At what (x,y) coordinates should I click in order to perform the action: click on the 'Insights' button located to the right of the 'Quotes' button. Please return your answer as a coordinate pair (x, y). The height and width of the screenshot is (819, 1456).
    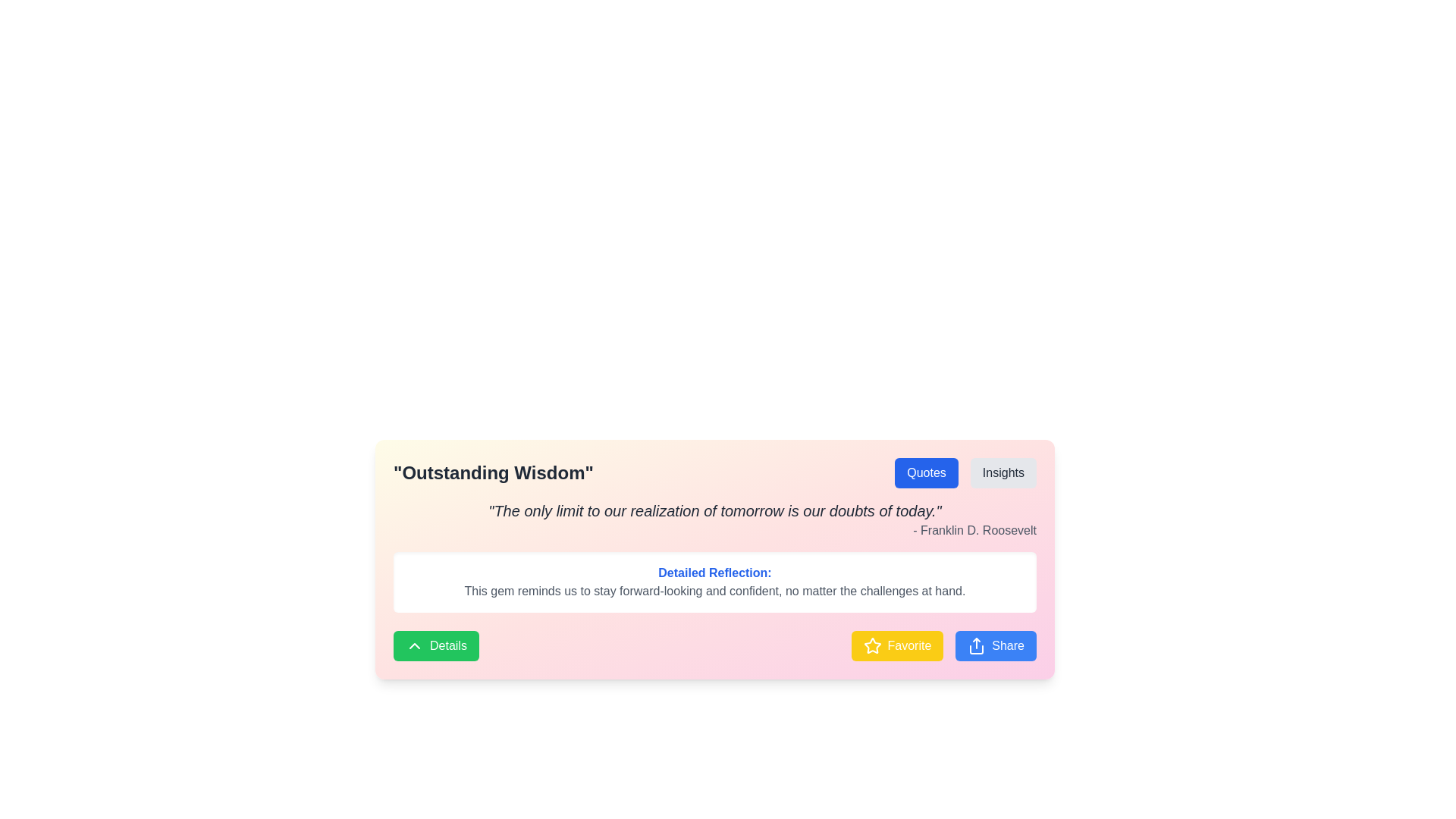
    Looking at the image, I should click on (1003, 472).